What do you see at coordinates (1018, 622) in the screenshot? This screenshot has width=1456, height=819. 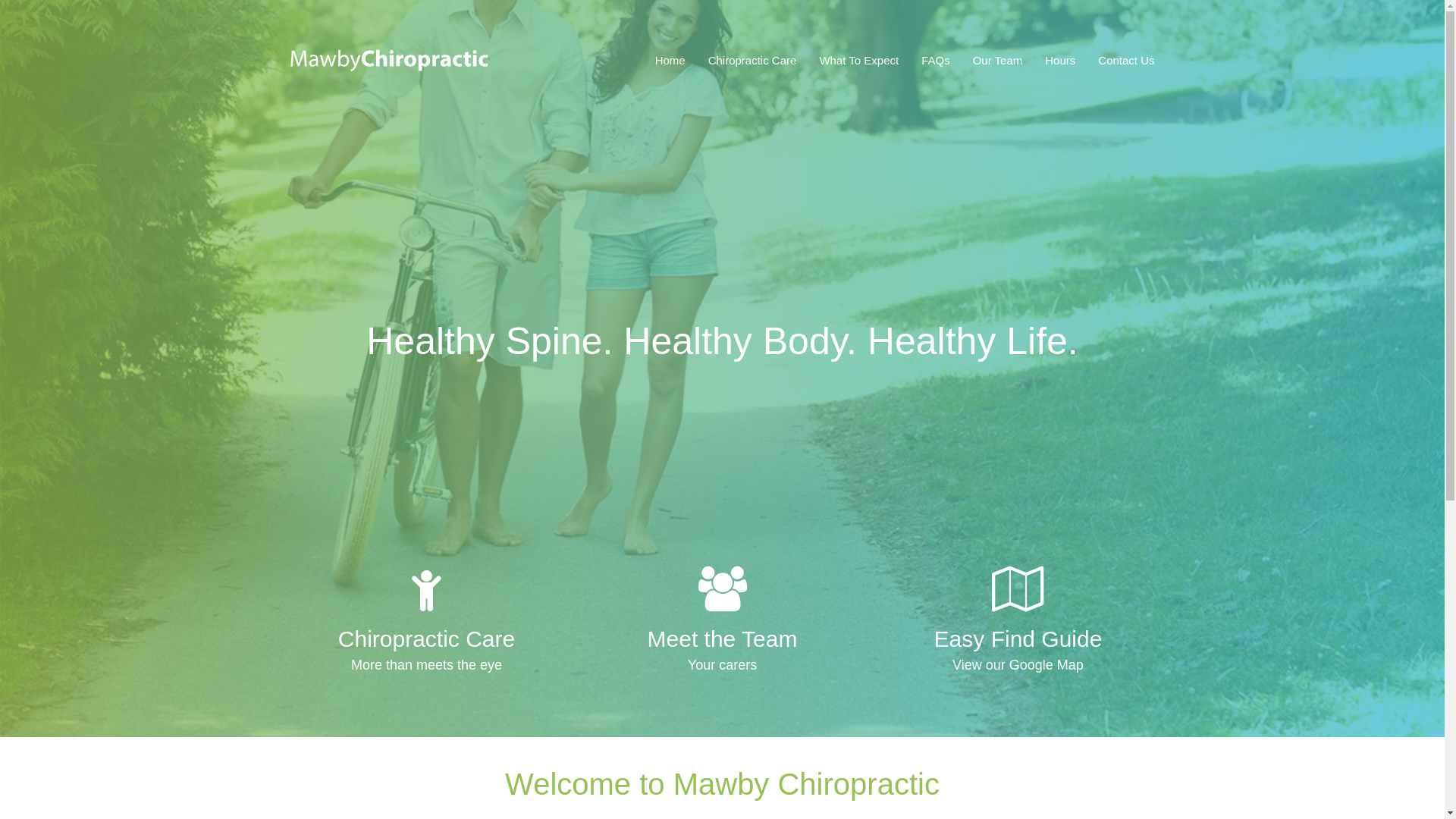 I see `'Easy Find Guide` at bounding box center [1018, 622].